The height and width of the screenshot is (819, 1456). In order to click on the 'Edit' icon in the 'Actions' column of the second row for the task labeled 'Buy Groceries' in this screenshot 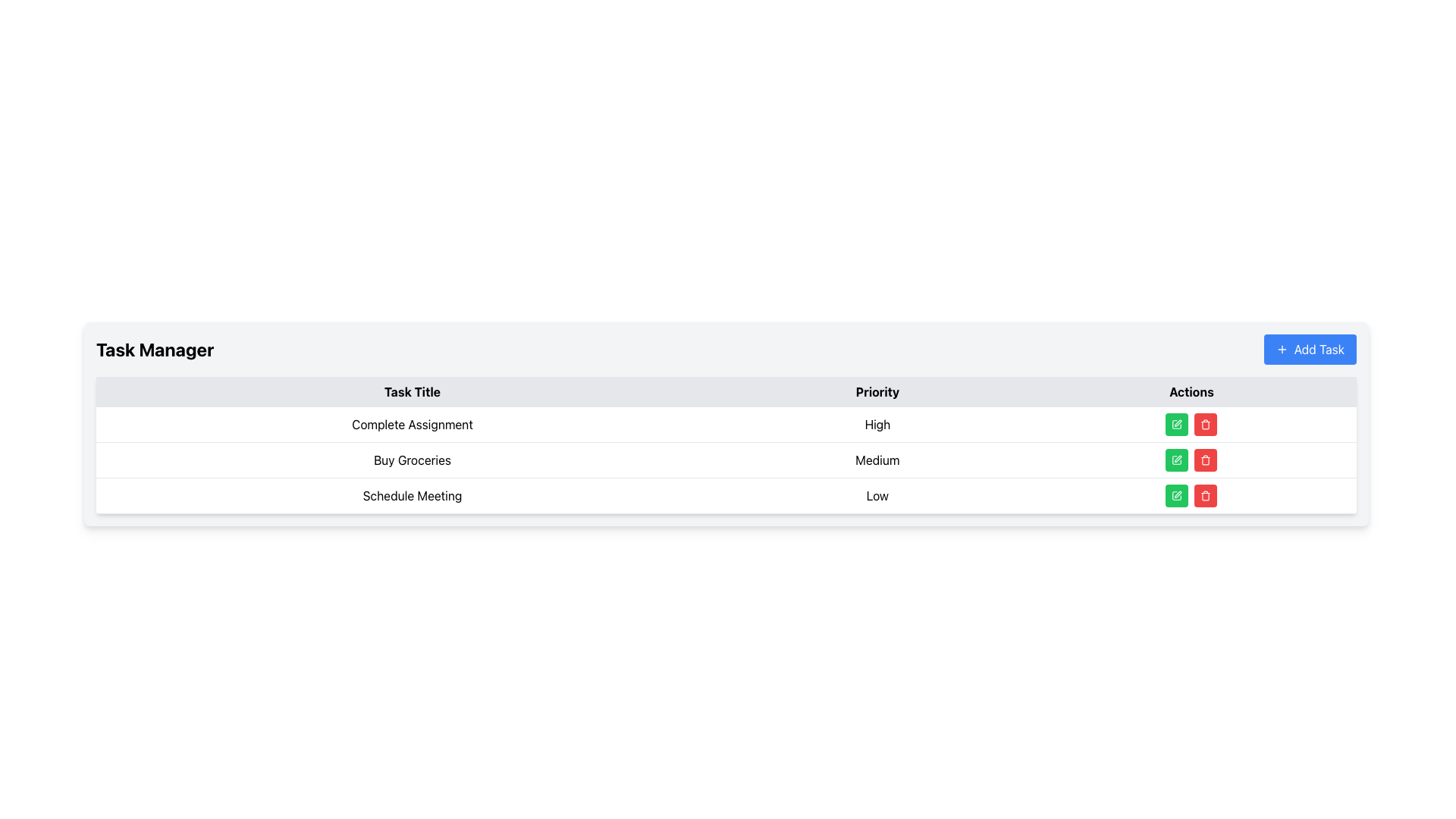, I will do `click(1176, 459)`.